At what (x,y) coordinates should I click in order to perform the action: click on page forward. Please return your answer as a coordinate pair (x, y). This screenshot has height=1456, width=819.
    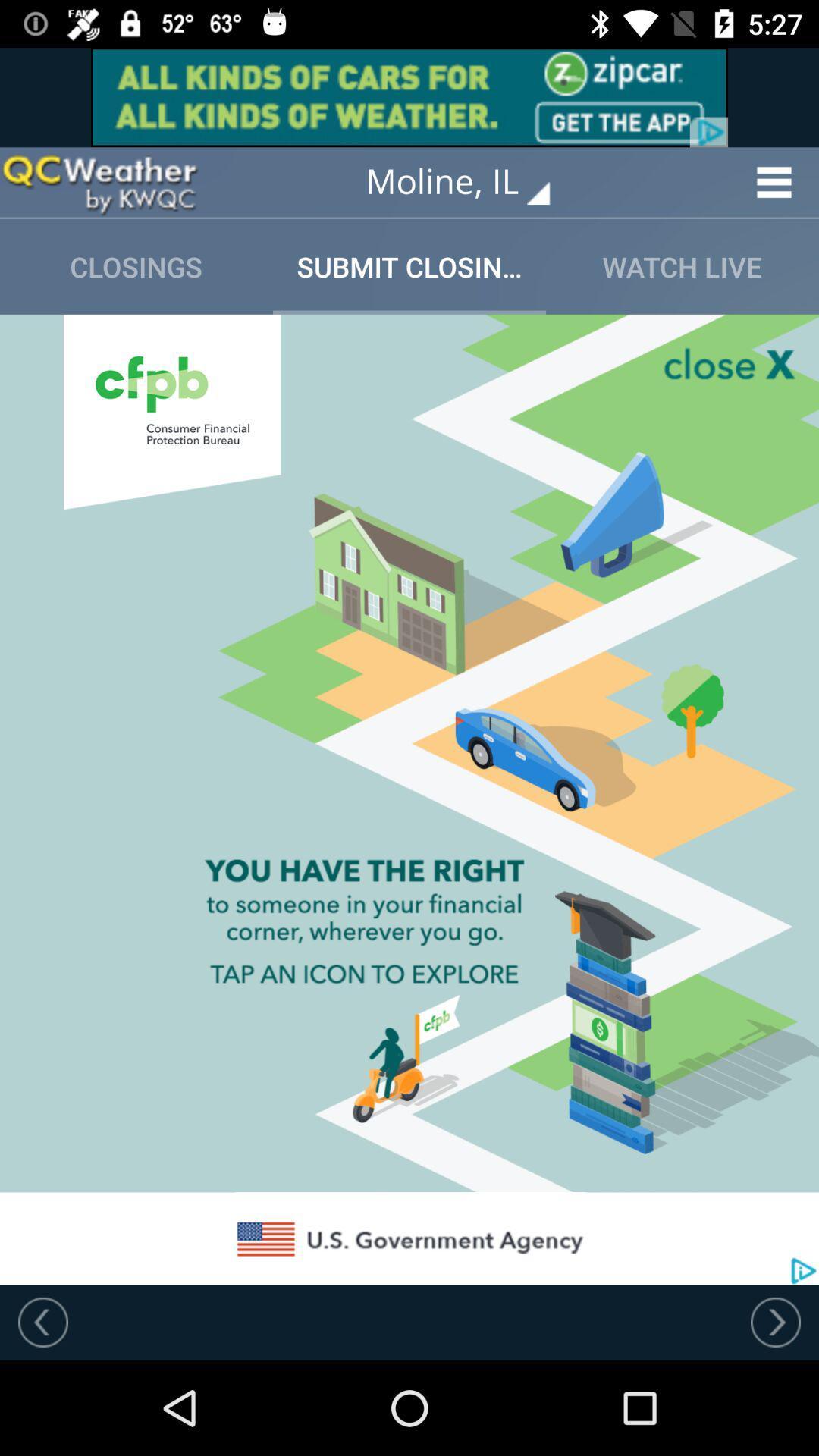
    Looking at the image, I should click on (775, 1321).